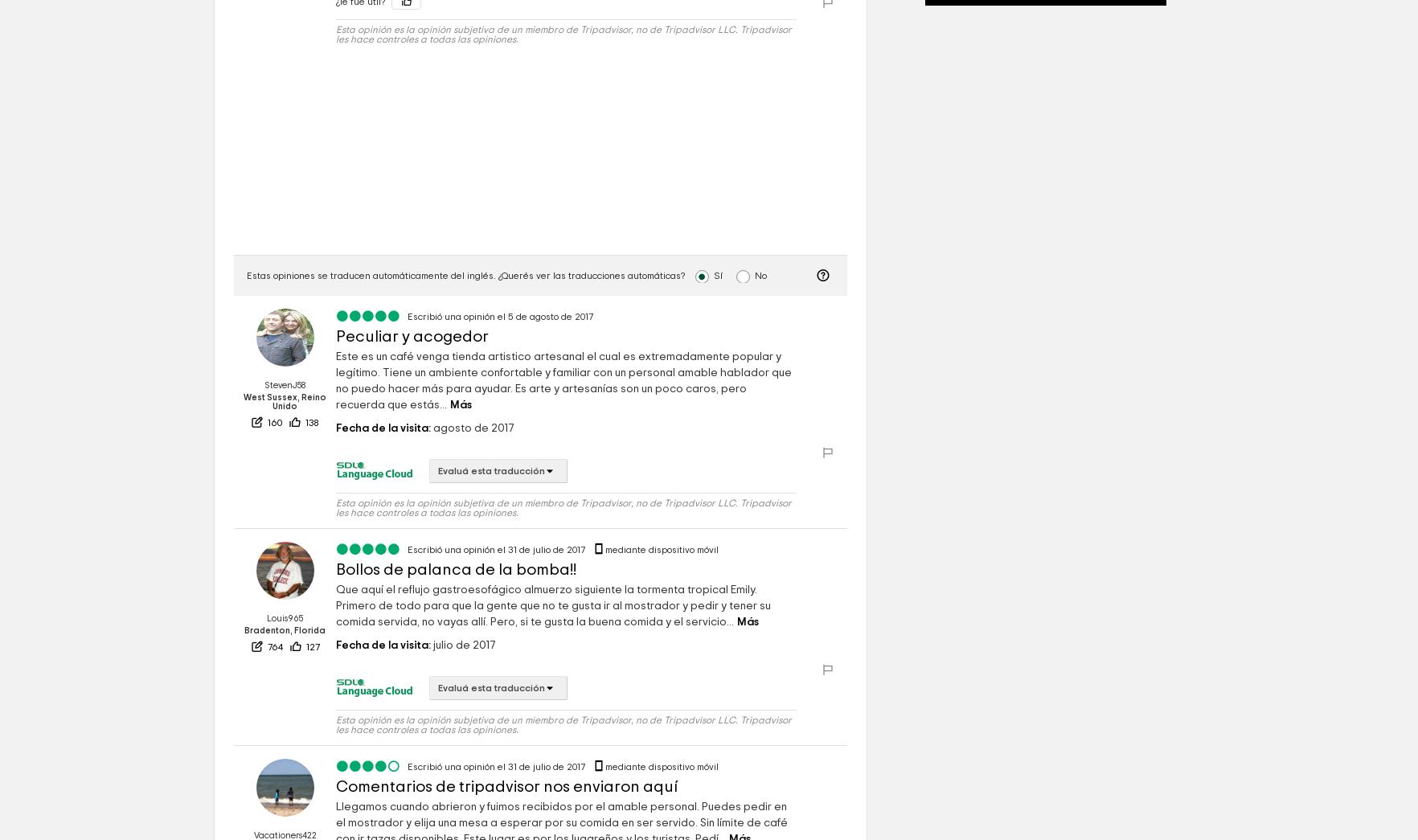 The width and height of the screenshot is (1418, 840). What do you see at coordinates (713, 275) in the screenshot?
I see `'Sí'` at bounding box center [713, 275].